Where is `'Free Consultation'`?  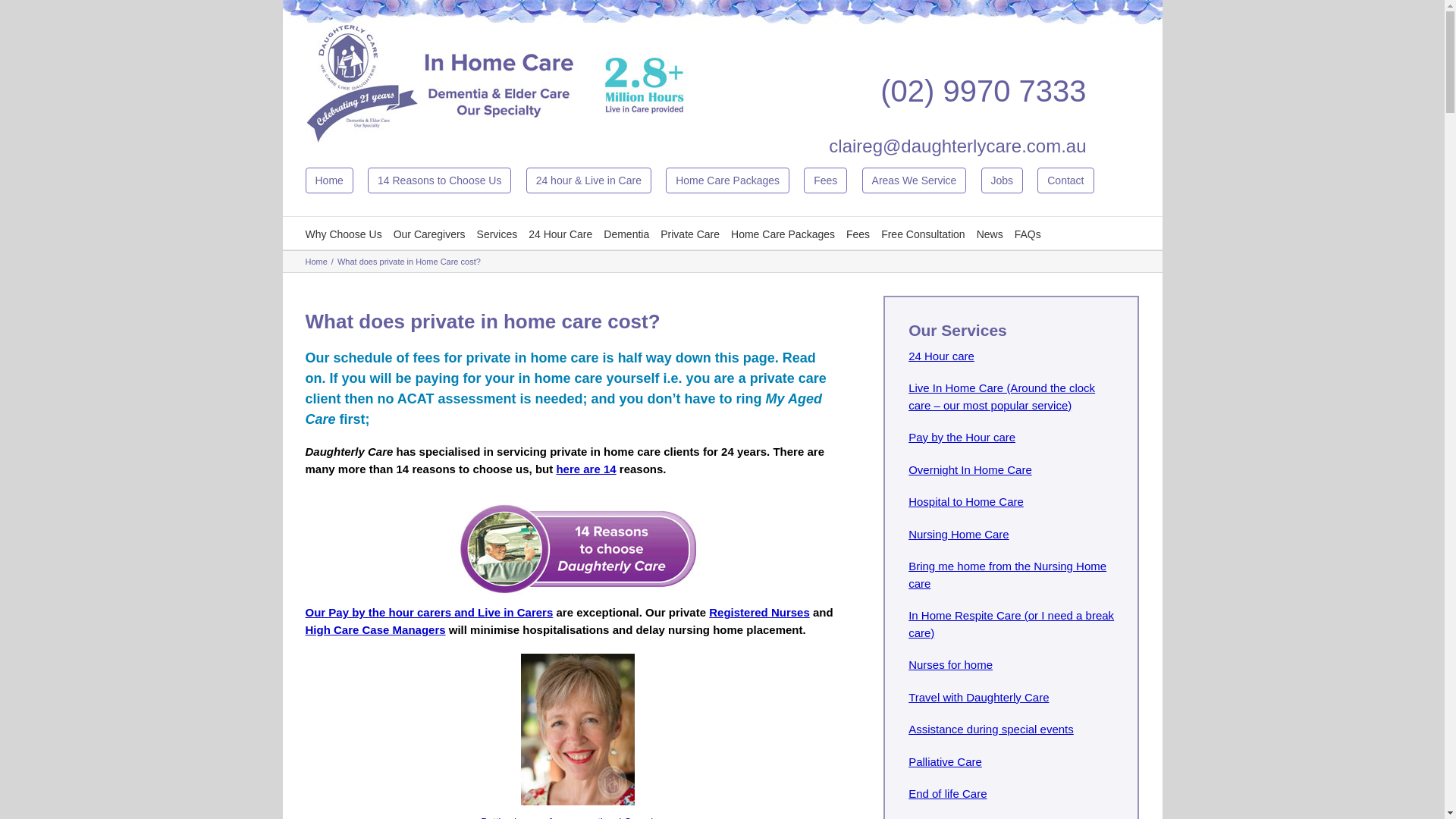 'Free Consultation' is located at coordinates (922, 233).